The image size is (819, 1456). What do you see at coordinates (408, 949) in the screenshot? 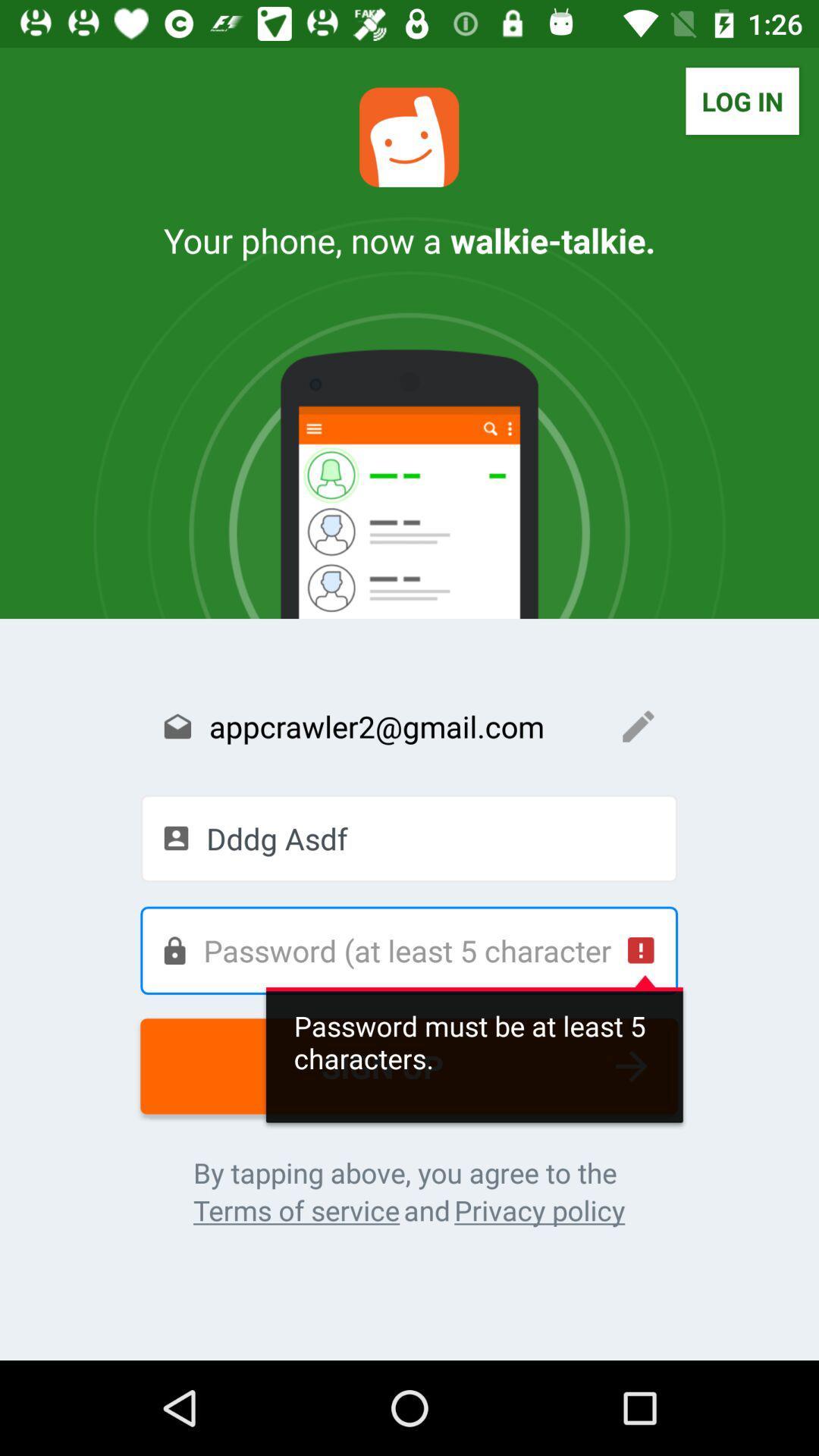
I see `the icon above sign up` at bounding box center [408, 949].